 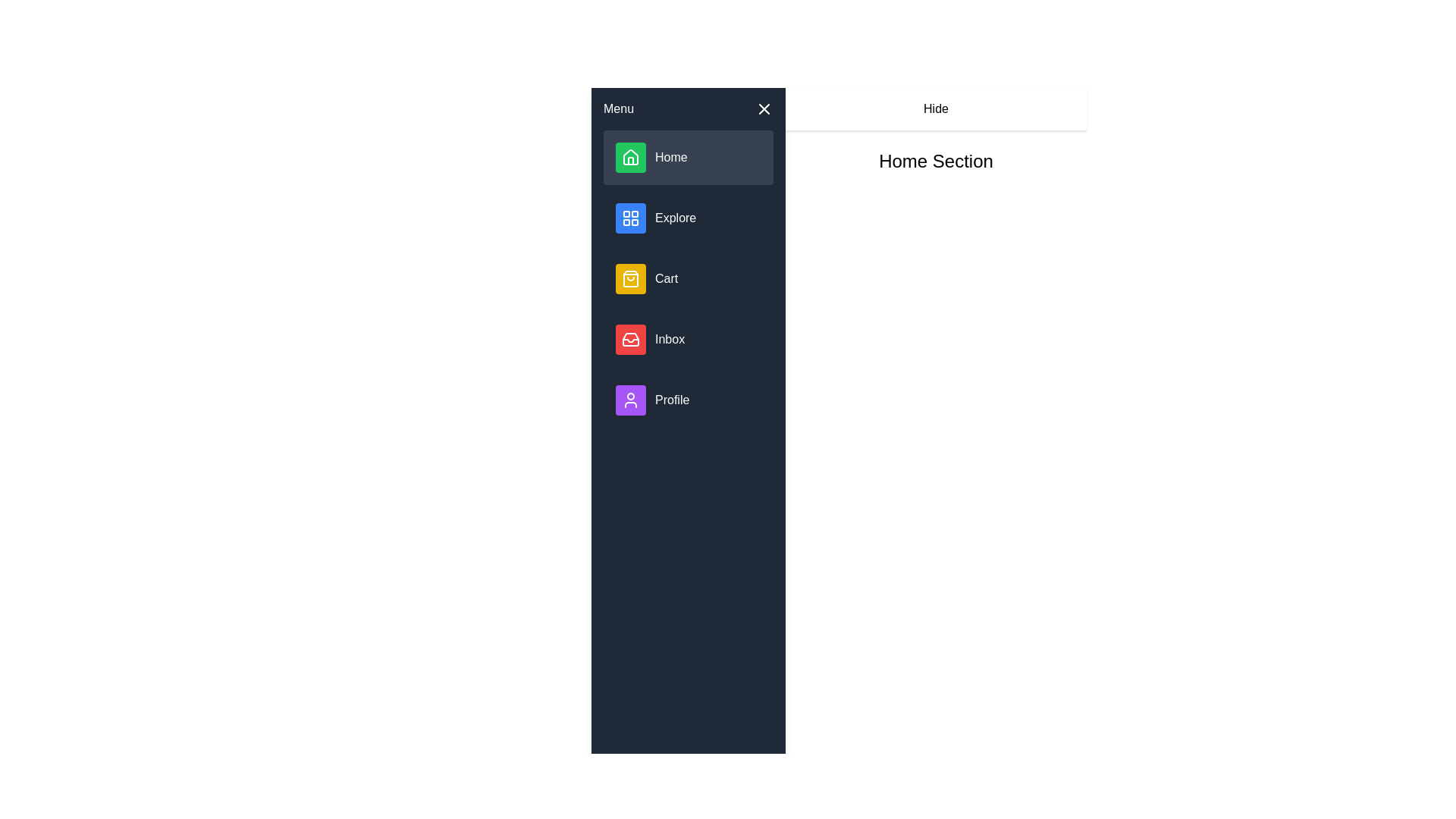 I want to click on the home SVG icon located at the top of the vertical navigation sidebar, so click(x=630, y=158).